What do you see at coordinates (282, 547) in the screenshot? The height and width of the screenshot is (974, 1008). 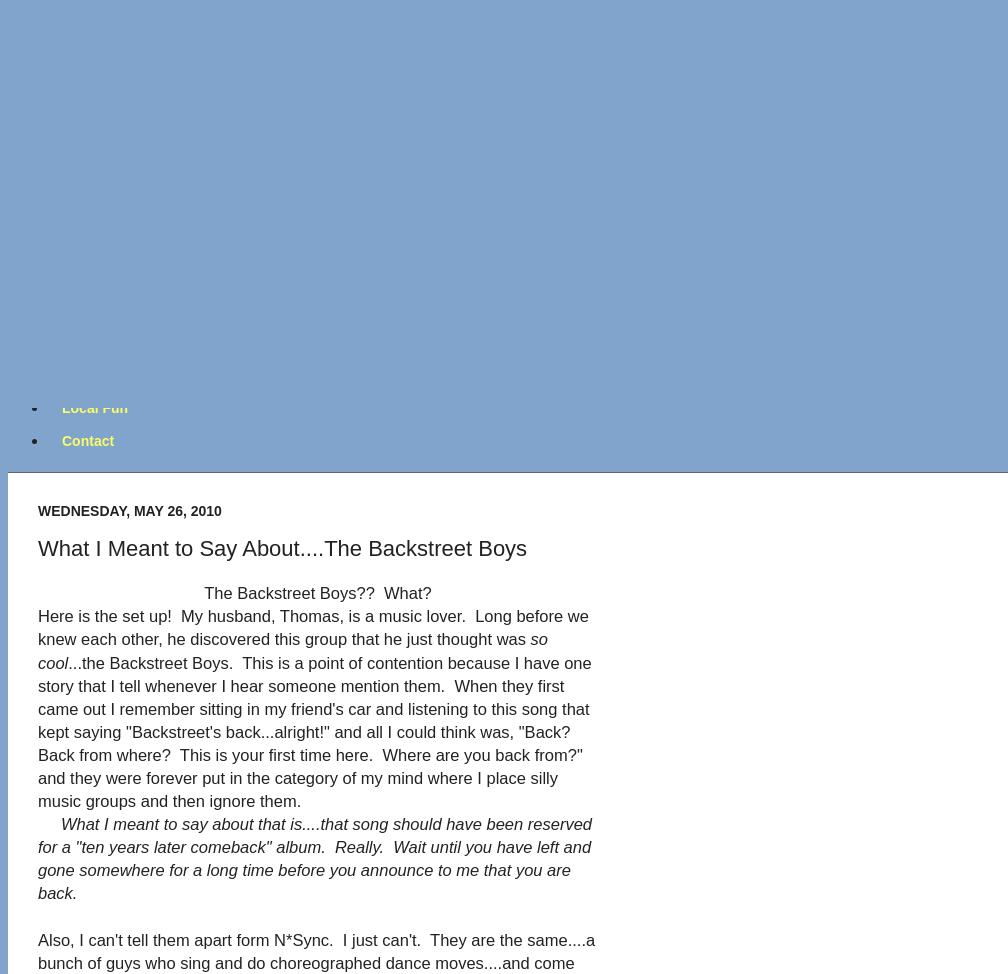 I see `'What I Meant to Say About....The Backstreet Boys'` at bounding box center [282, 547].